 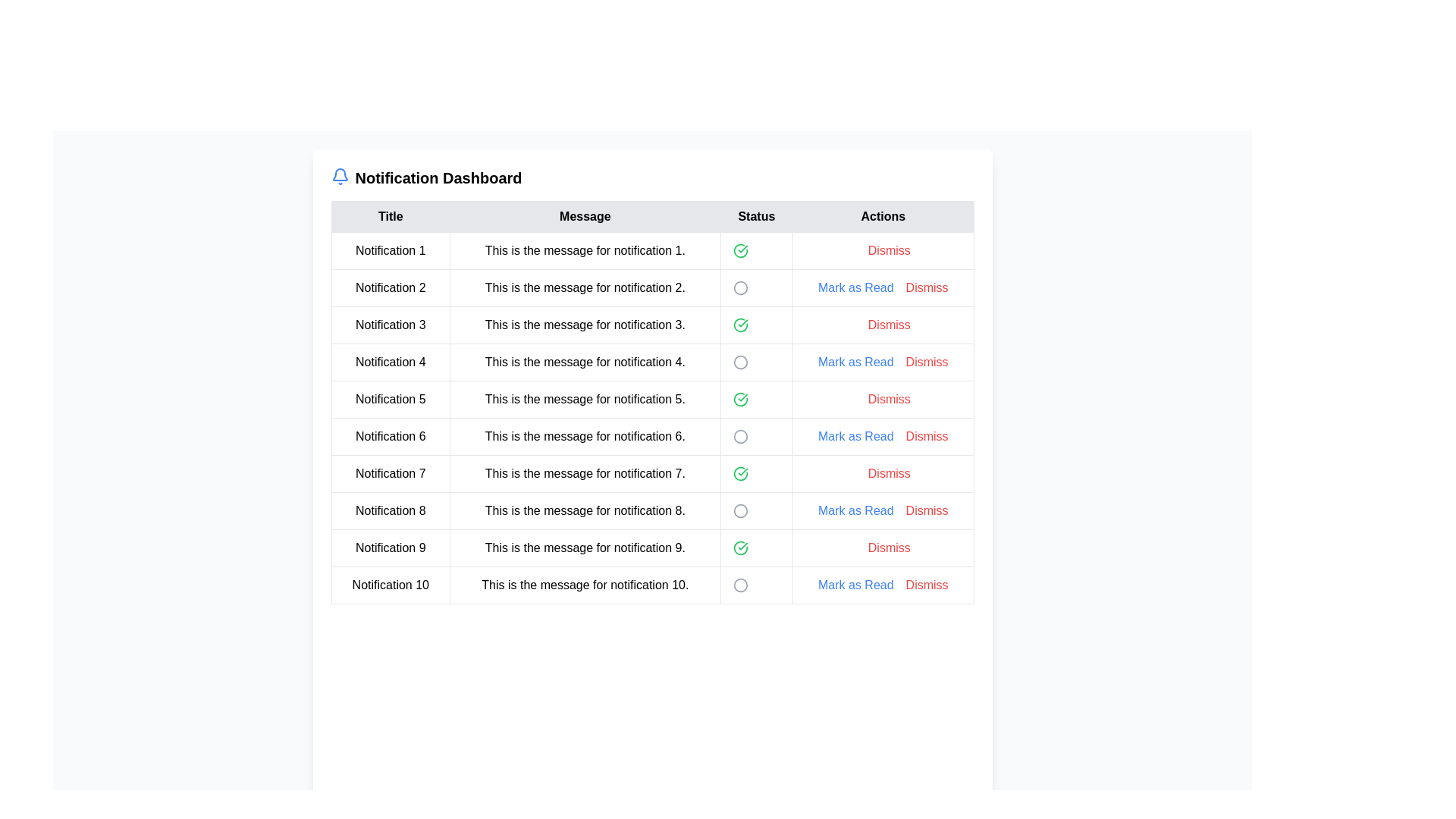 I want to click on the semicircular segment icon within the green circular outline in the fifth row of the notification table under the 'Status' column, so click(x=740, y=399).